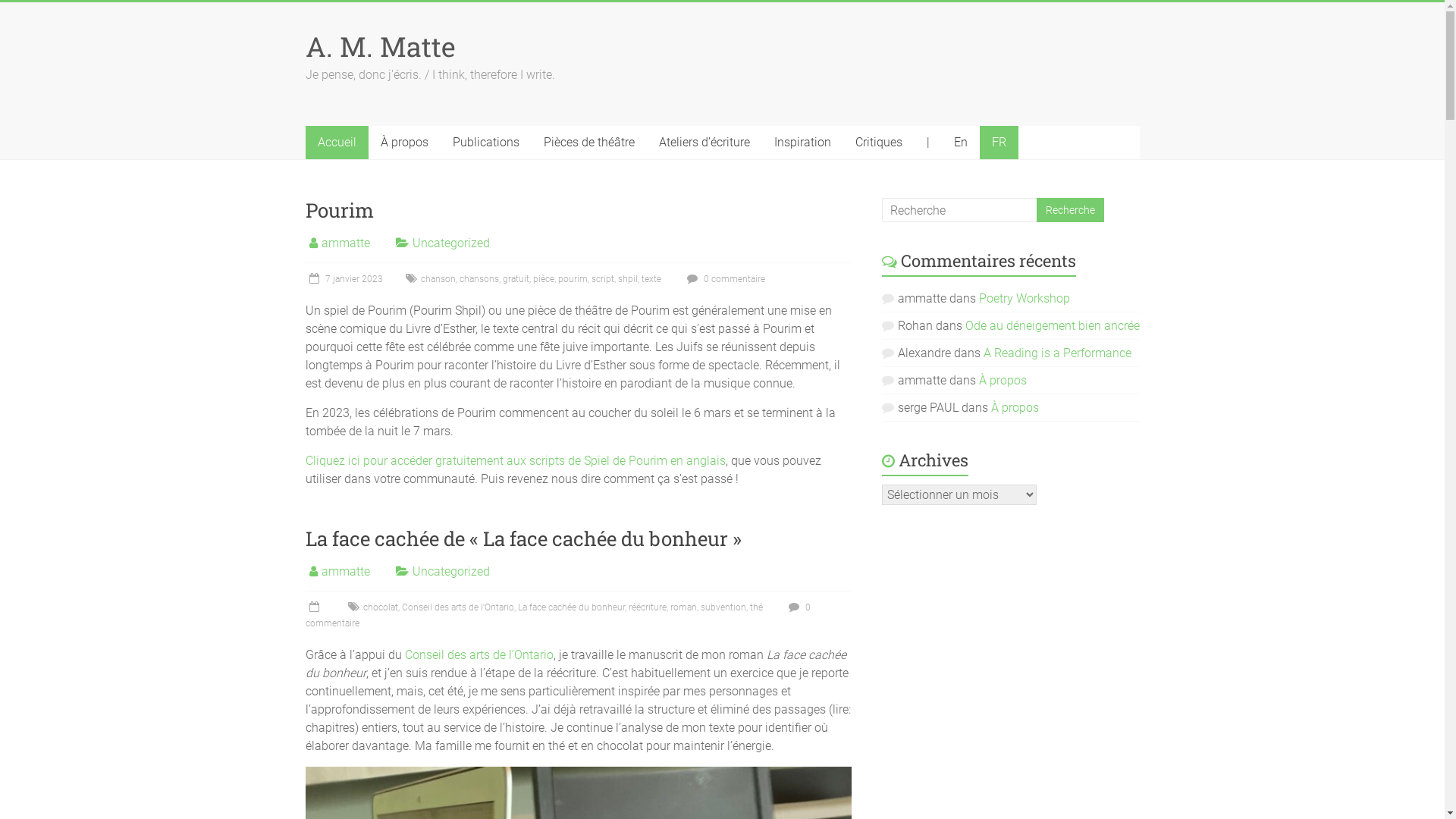  Describe the element at coordinates (479, 278) in the screenshot. I see `'chansons'` at that location.